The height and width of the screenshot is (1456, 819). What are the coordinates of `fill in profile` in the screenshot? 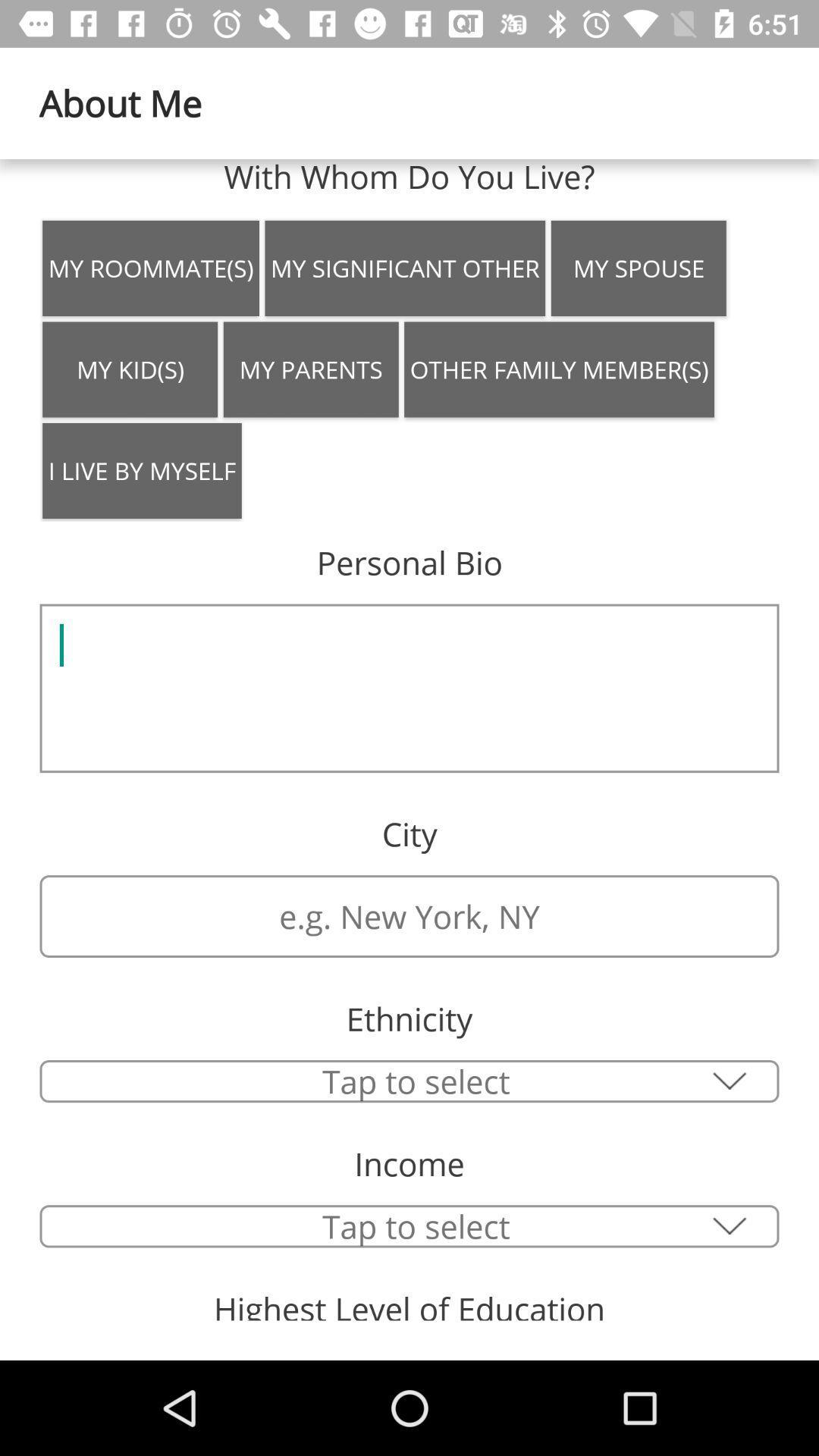 It's located at (409, 687).